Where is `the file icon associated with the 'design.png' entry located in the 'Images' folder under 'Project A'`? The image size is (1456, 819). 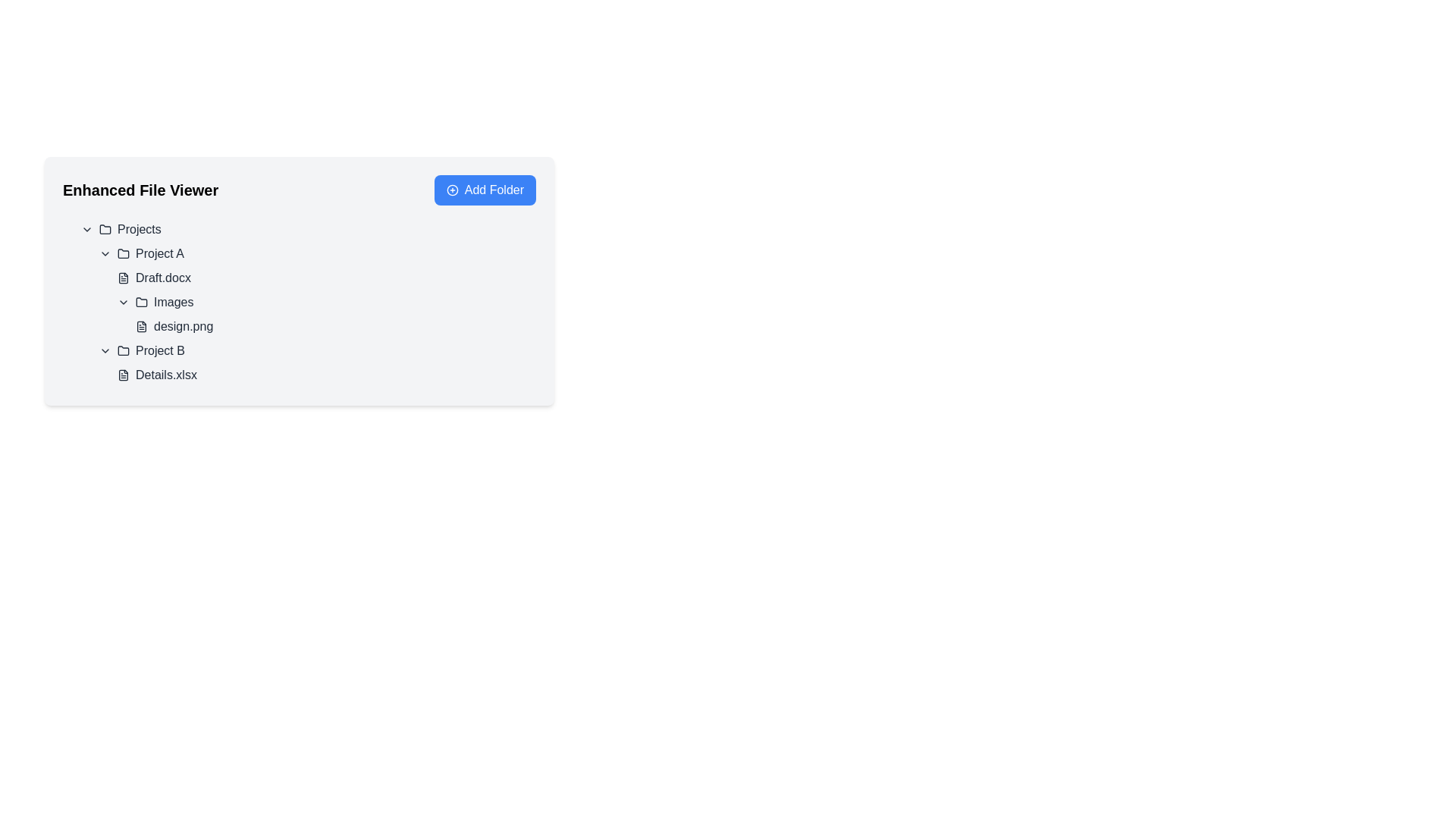
the file icon associated with the 'design.png' entry located in the 'Images' folder under 'Project A' is located at coordinates (142, 326).